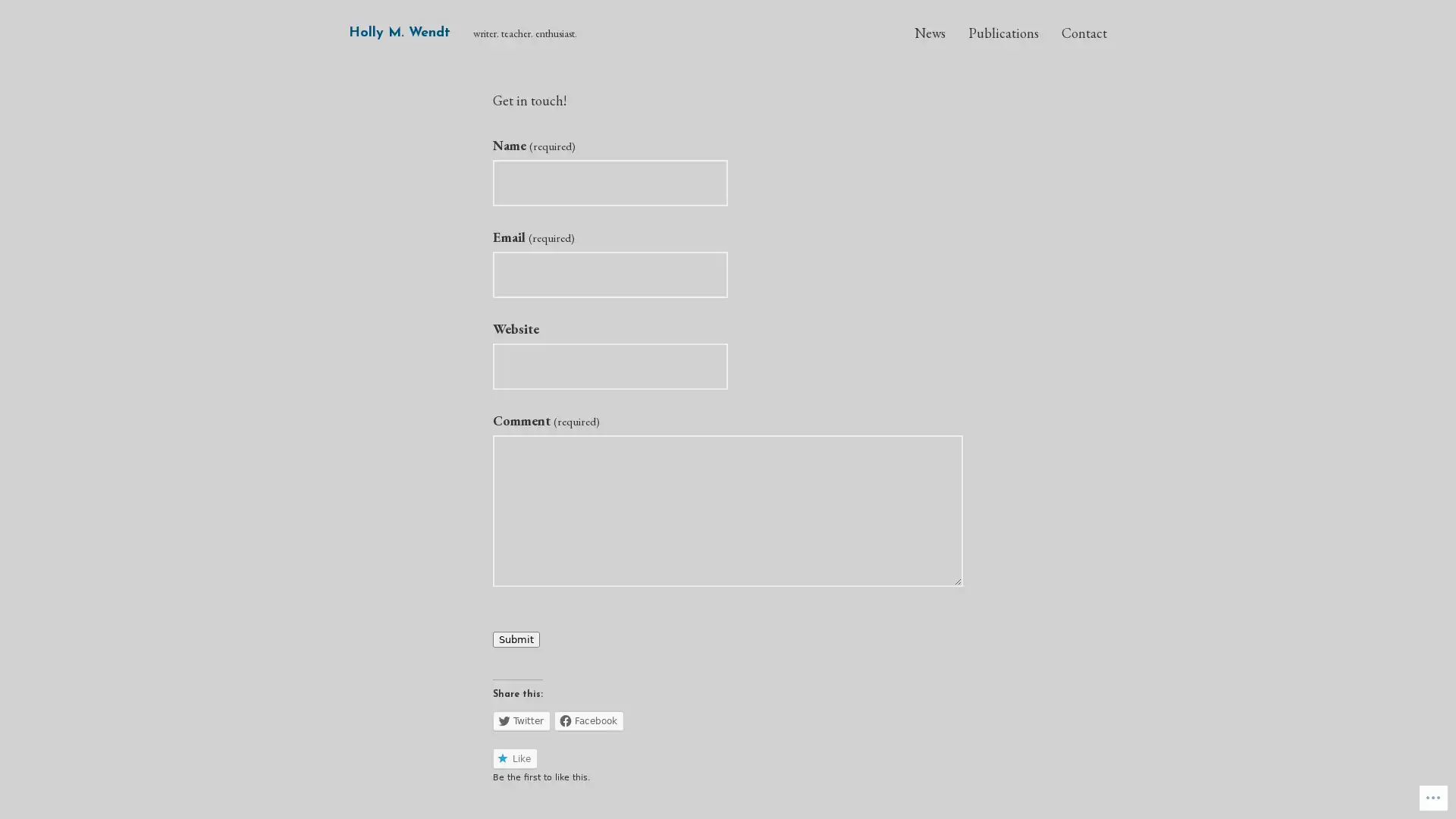  Describe the element at coordinates (516, 639) in the screenshot. I see `Submit` at that location.